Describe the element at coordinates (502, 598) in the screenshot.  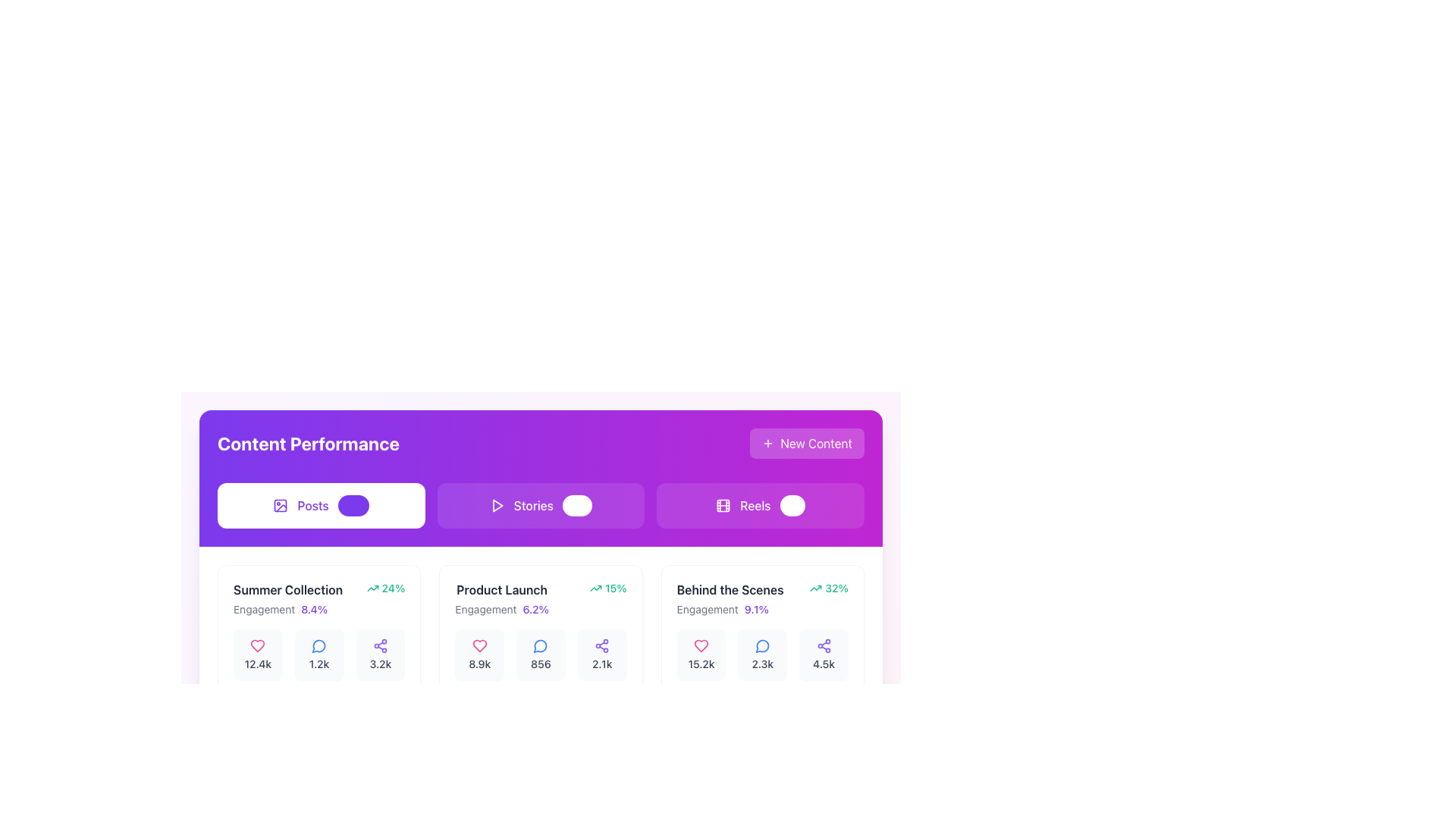
I see `the informational text label providing details about 'Product Launch' with an engagement value of 6.2%, located in the middle card beneath the 'Content Performance' header` at that location.